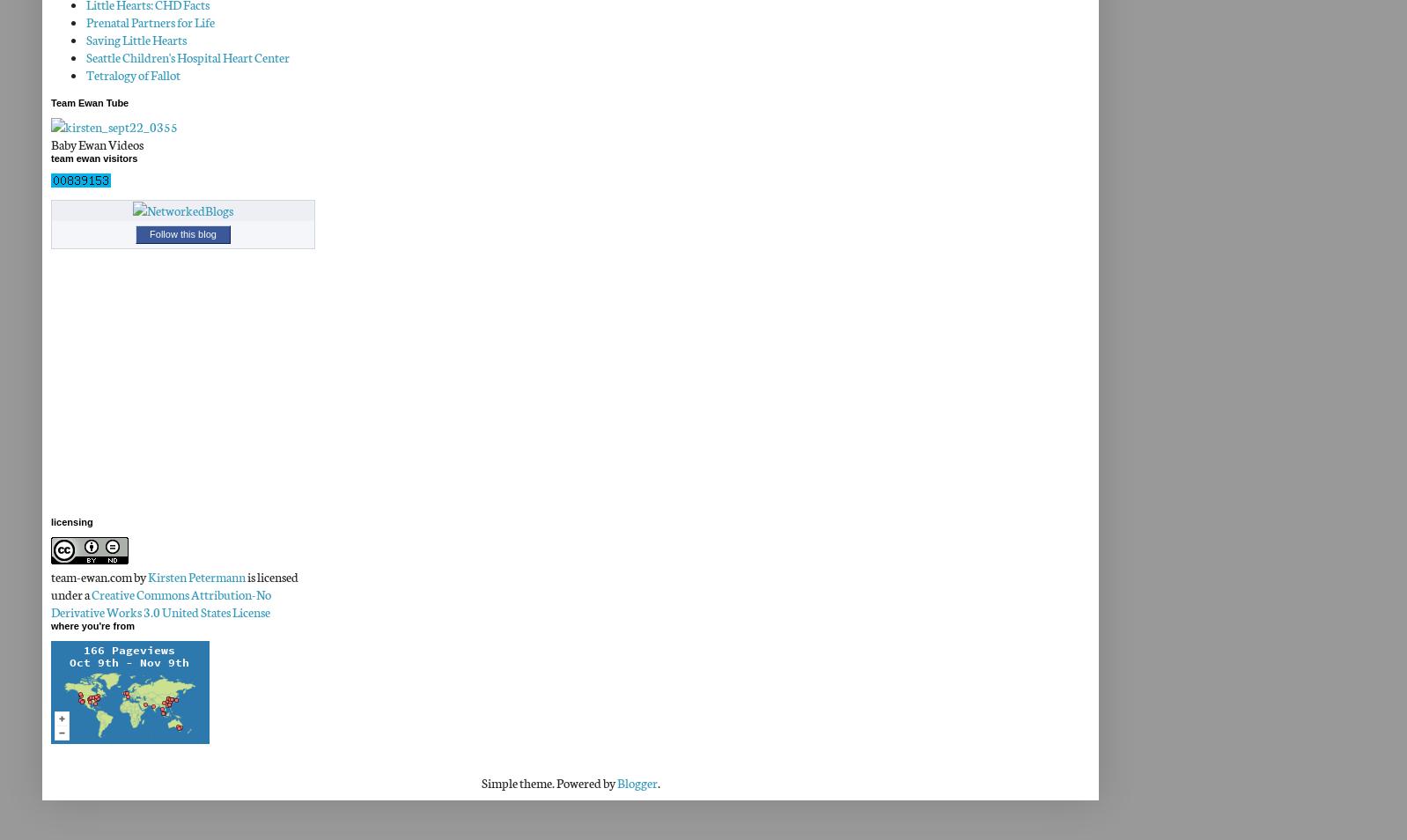 Image resolution: width=1407 pixels, height=840 pixels. I want to click on 'Simple theme. Powered by', so click(549, 783).